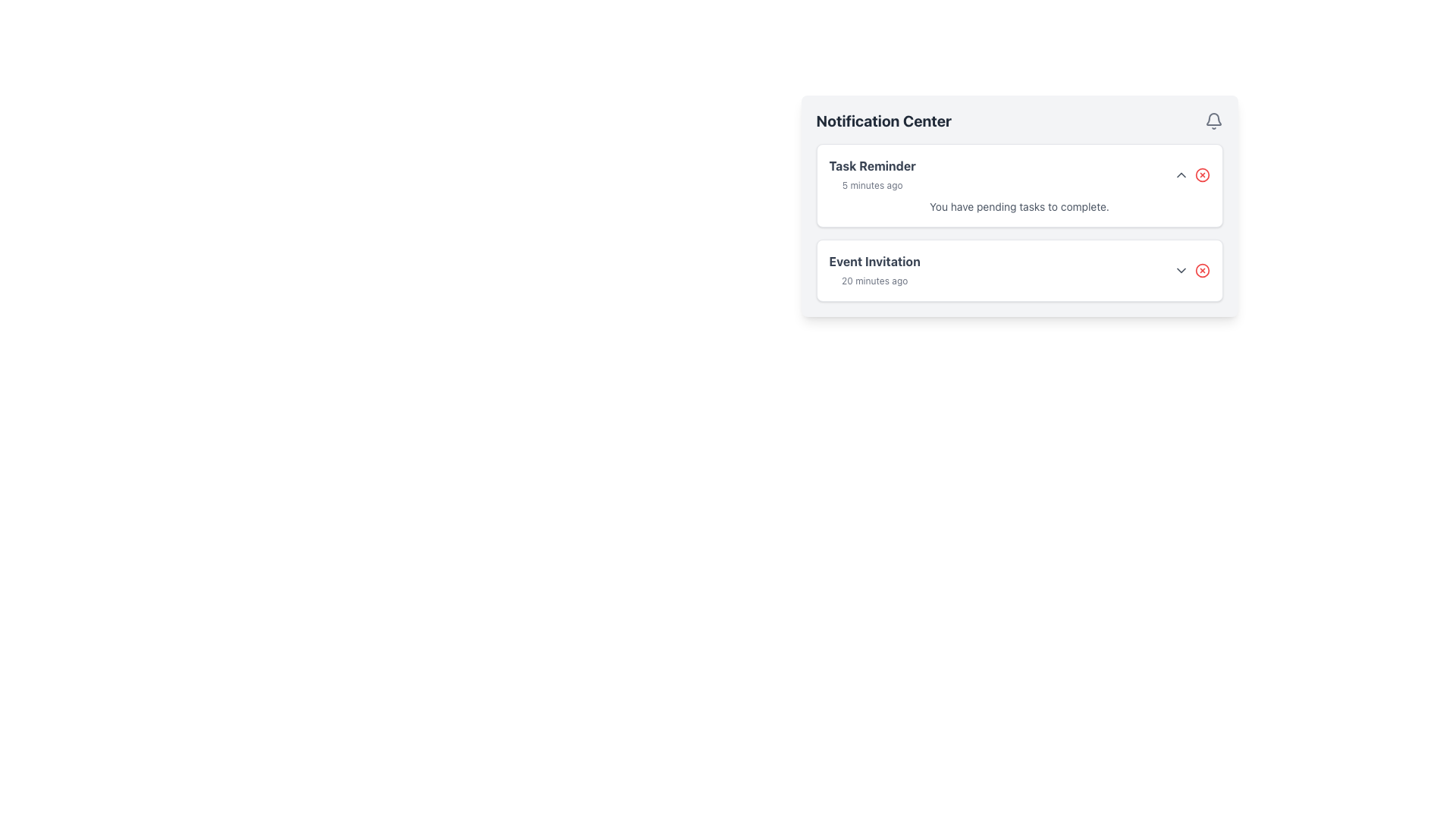 The width and height of the screenshot is (1456, 819). What do you see at coordinates (883, 120) in the screenshot?
I see `text heading of the notification panel, which serves as the title indicating its purpose or content` at bounding box center [883, 120].